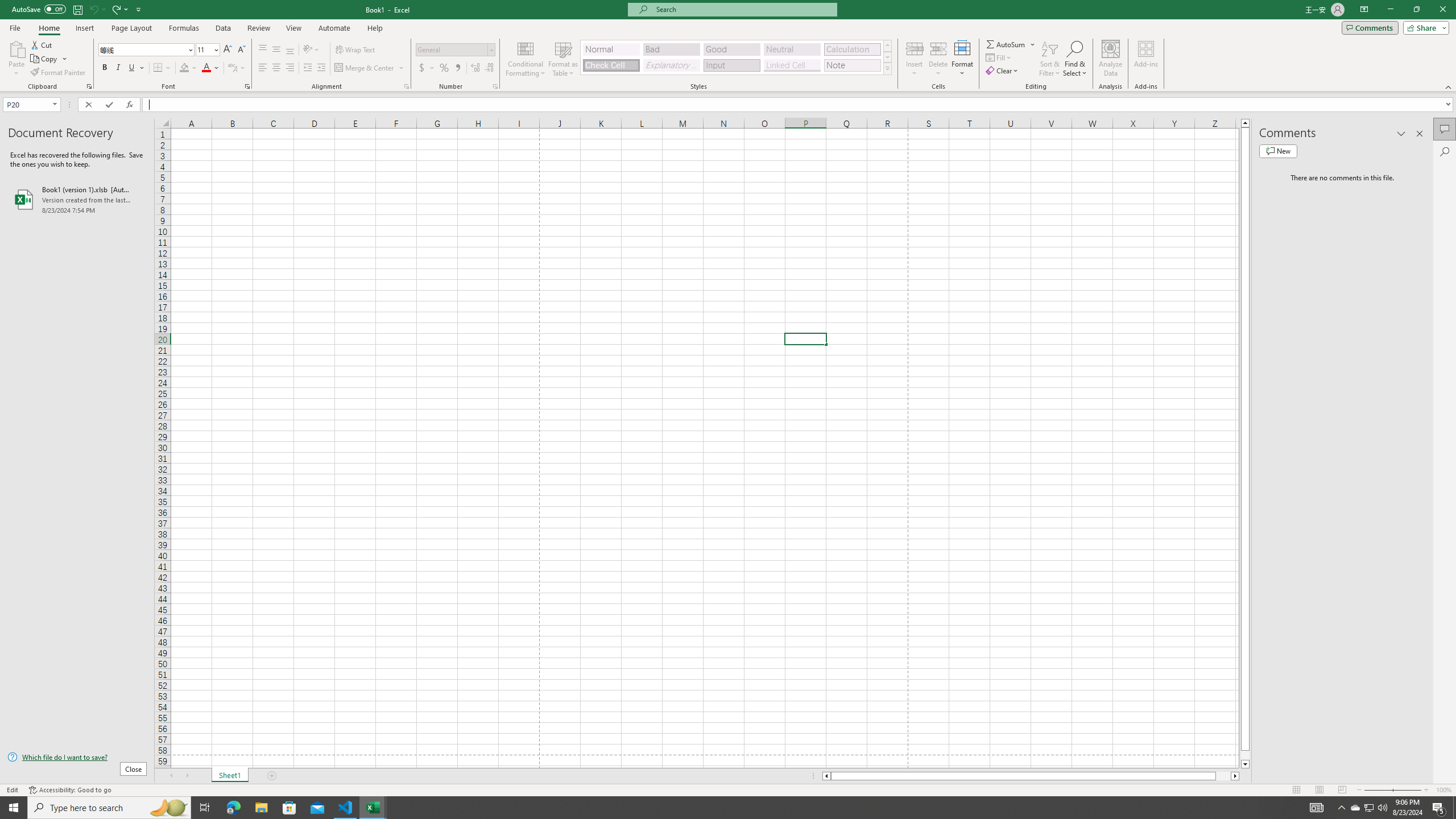 The width and height of the screenshot is (1456, 819). Describe the element at coordinates (1423, 27) in the screenshot. I see `'Share'` at that location.